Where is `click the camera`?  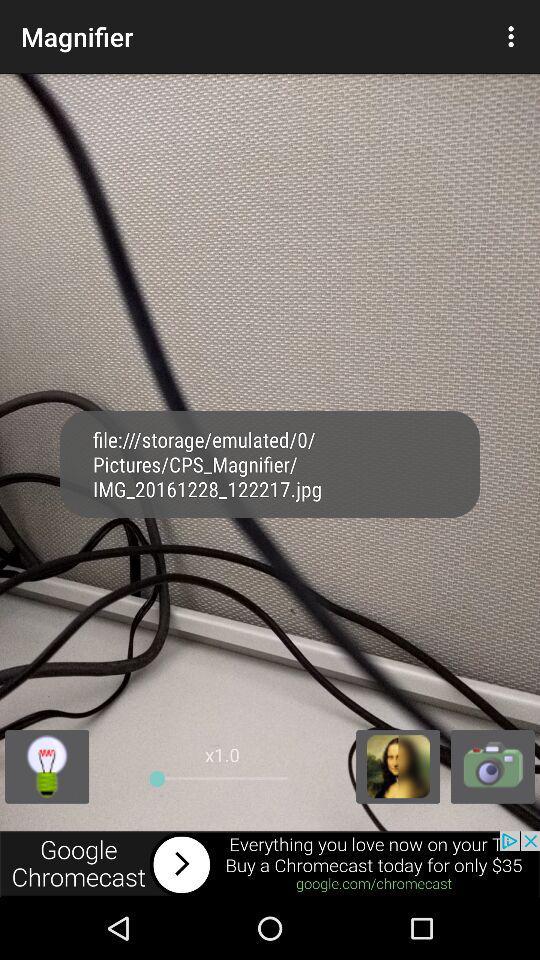
click the camera is located at coordinates (491, 765).